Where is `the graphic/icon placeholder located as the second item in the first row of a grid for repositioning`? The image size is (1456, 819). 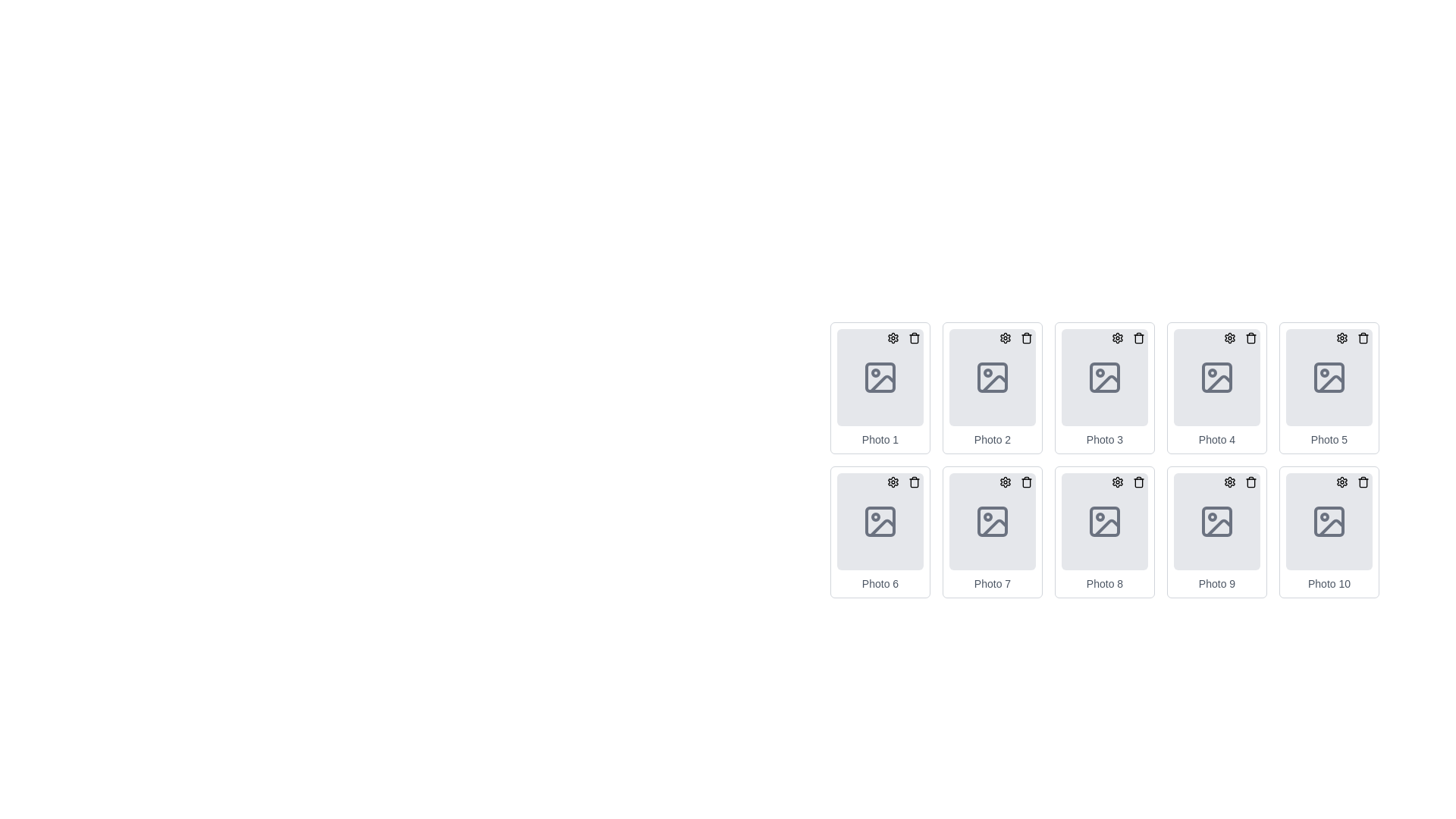
the graphic/icon placeholder located as the second item in the first row of a grid for repositioning is located at coordinates (993, 376).